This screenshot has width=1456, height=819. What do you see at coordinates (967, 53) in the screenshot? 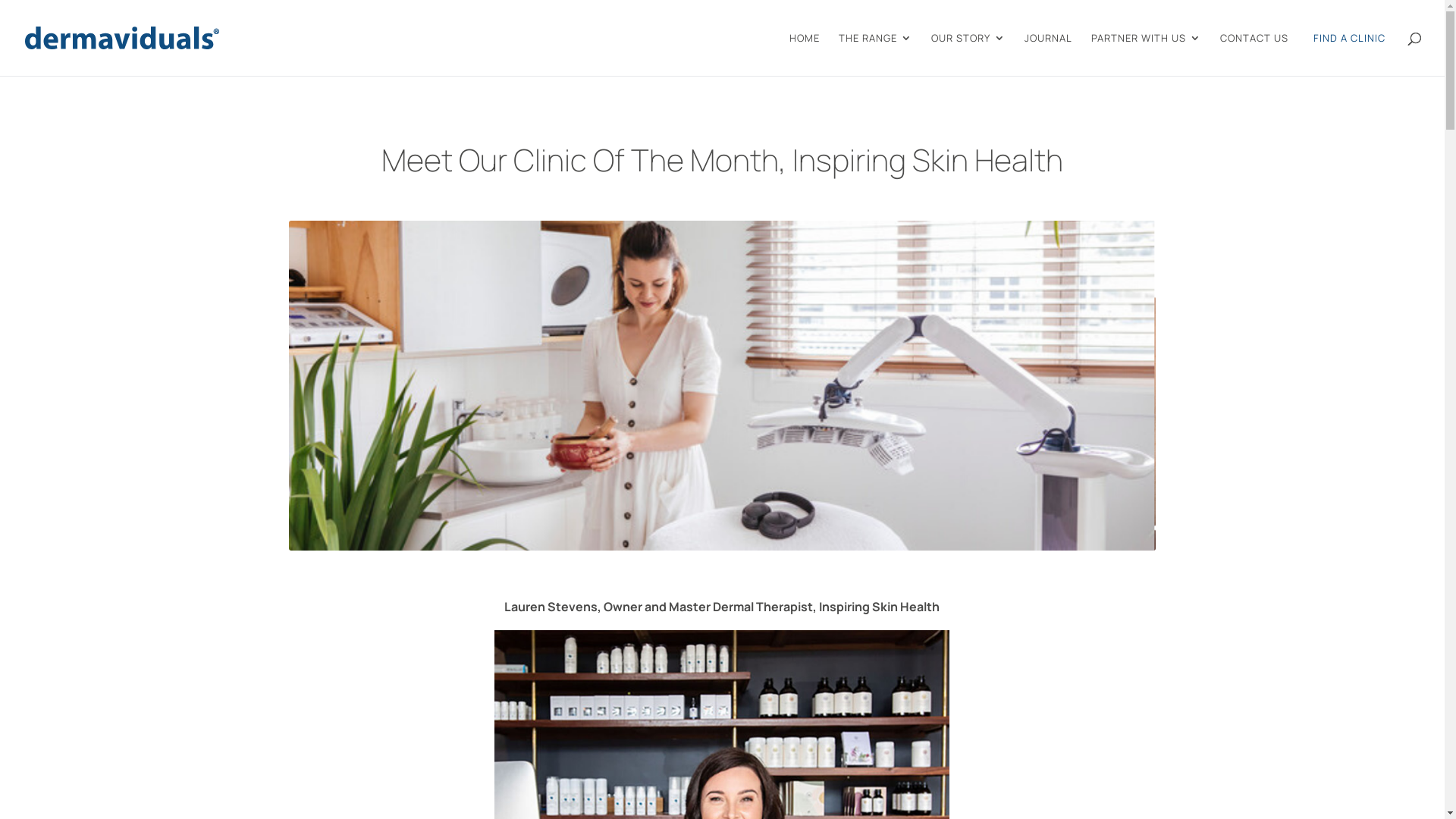
I see `'OUR STORY'` at bounding box center [967, 53].